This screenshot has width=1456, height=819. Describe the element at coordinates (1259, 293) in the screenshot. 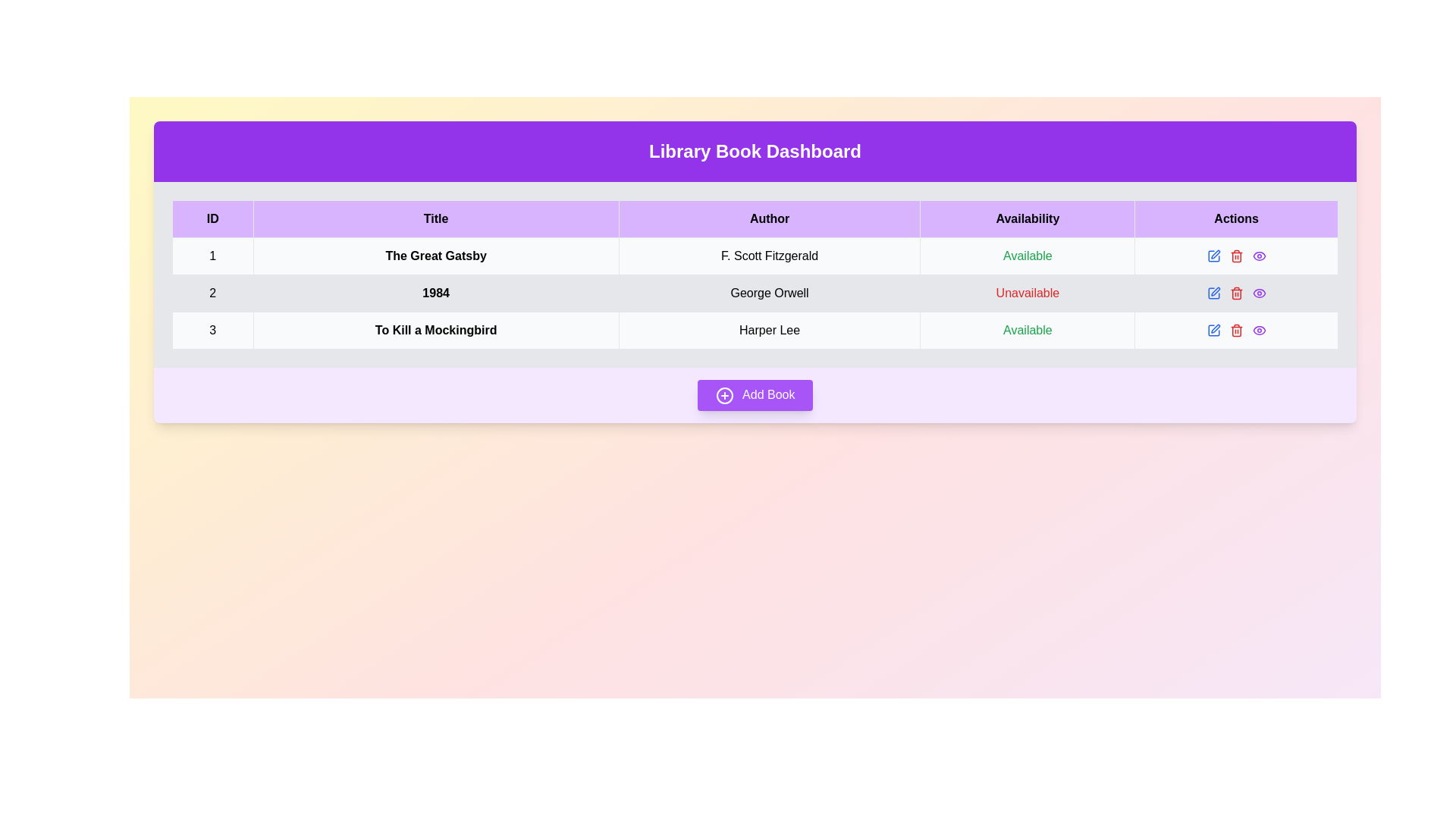

I see `the purple eye icon in the Actions column for the book '1984' by George Orwell` at that location.